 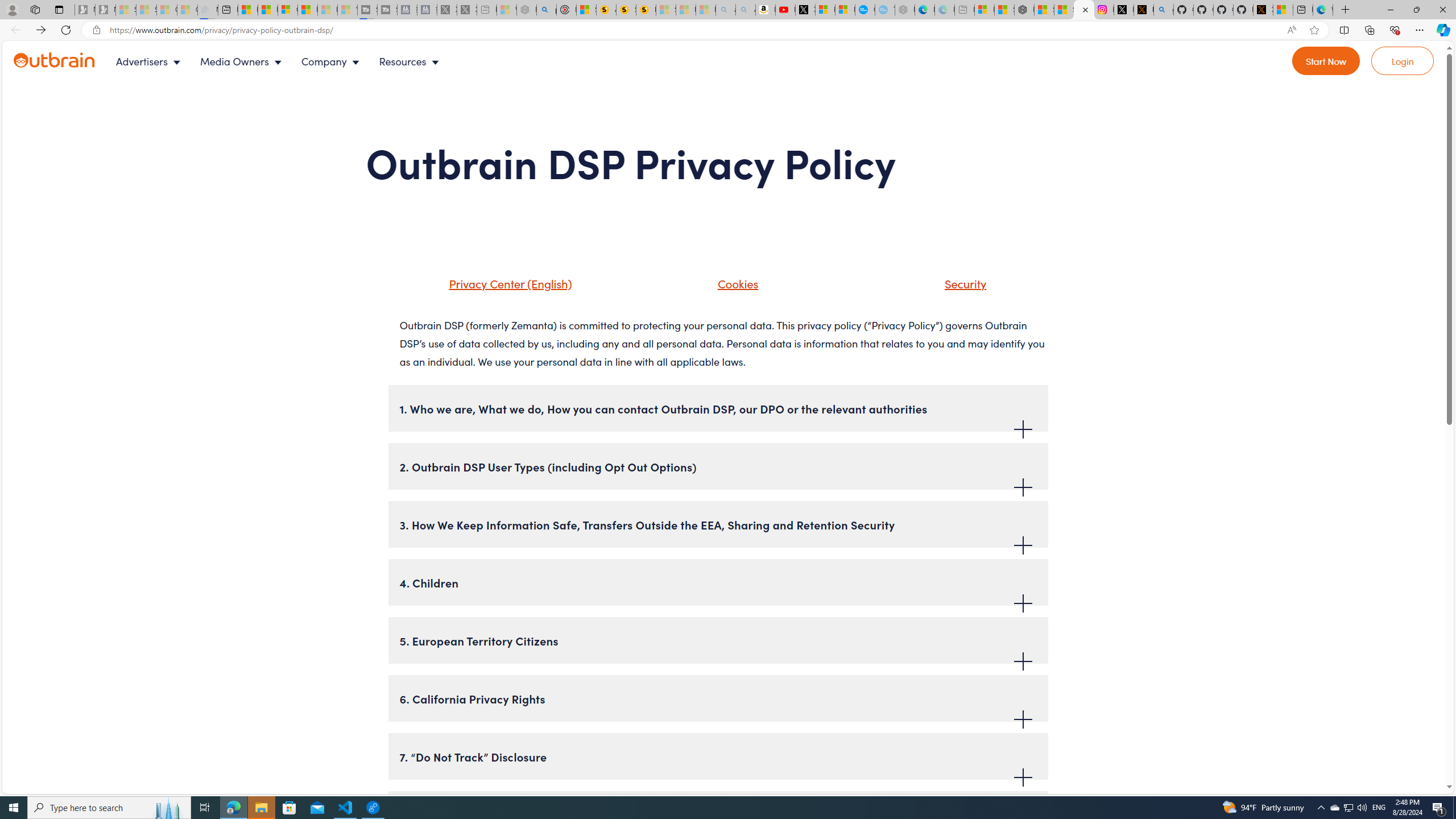 What do you see at coordinates (646, 9) in the screenshot?
I see `'Michelle Starr, Senior Journalist at ScienceAlert'` at bounding box center [646, 9].